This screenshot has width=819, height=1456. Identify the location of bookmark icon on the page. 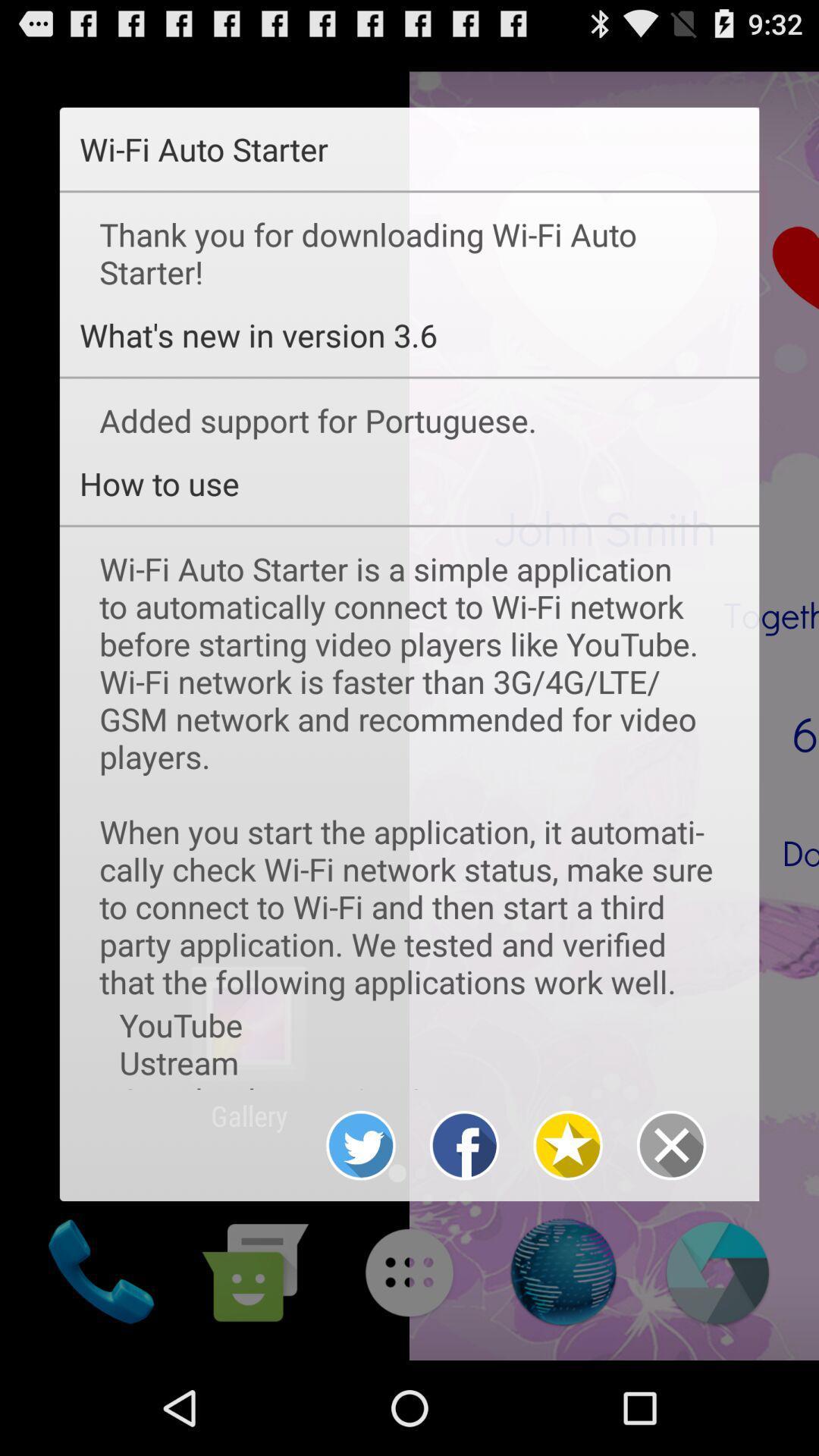
(568, 1145).